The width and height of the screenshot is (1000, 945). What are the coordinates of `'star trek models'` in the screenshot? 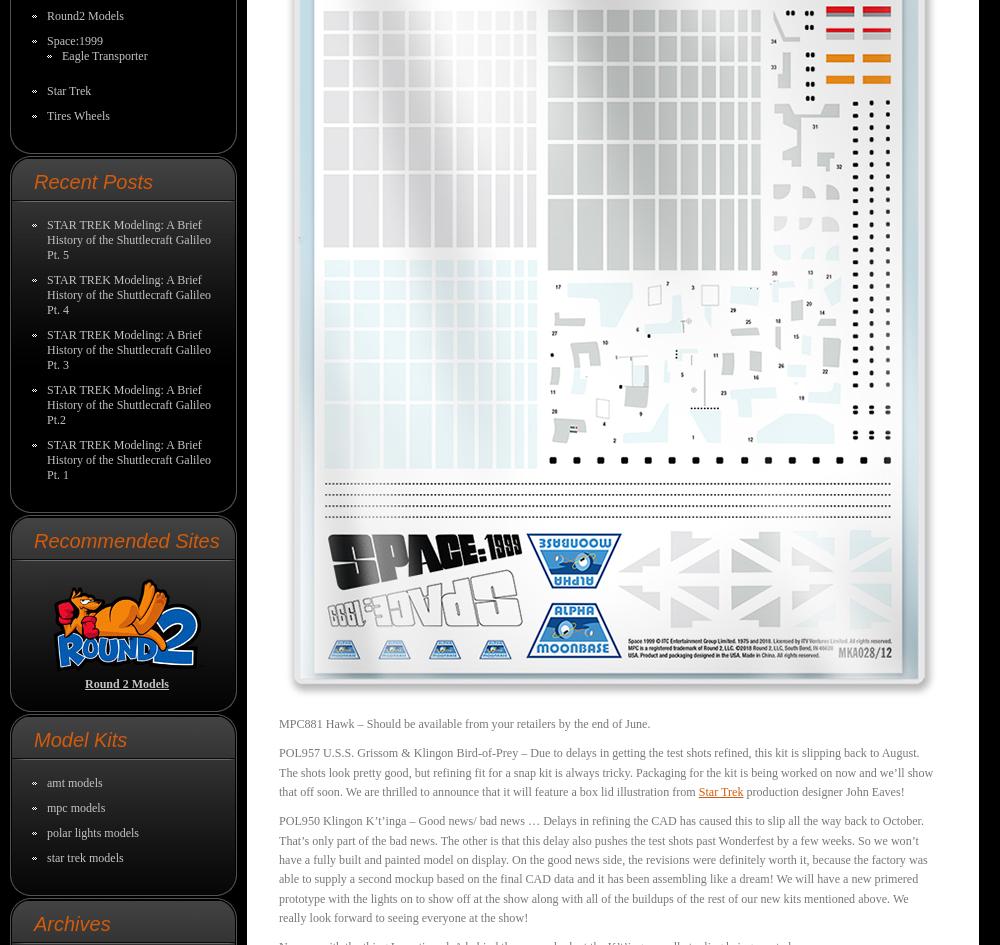 It's located at (84, 857).